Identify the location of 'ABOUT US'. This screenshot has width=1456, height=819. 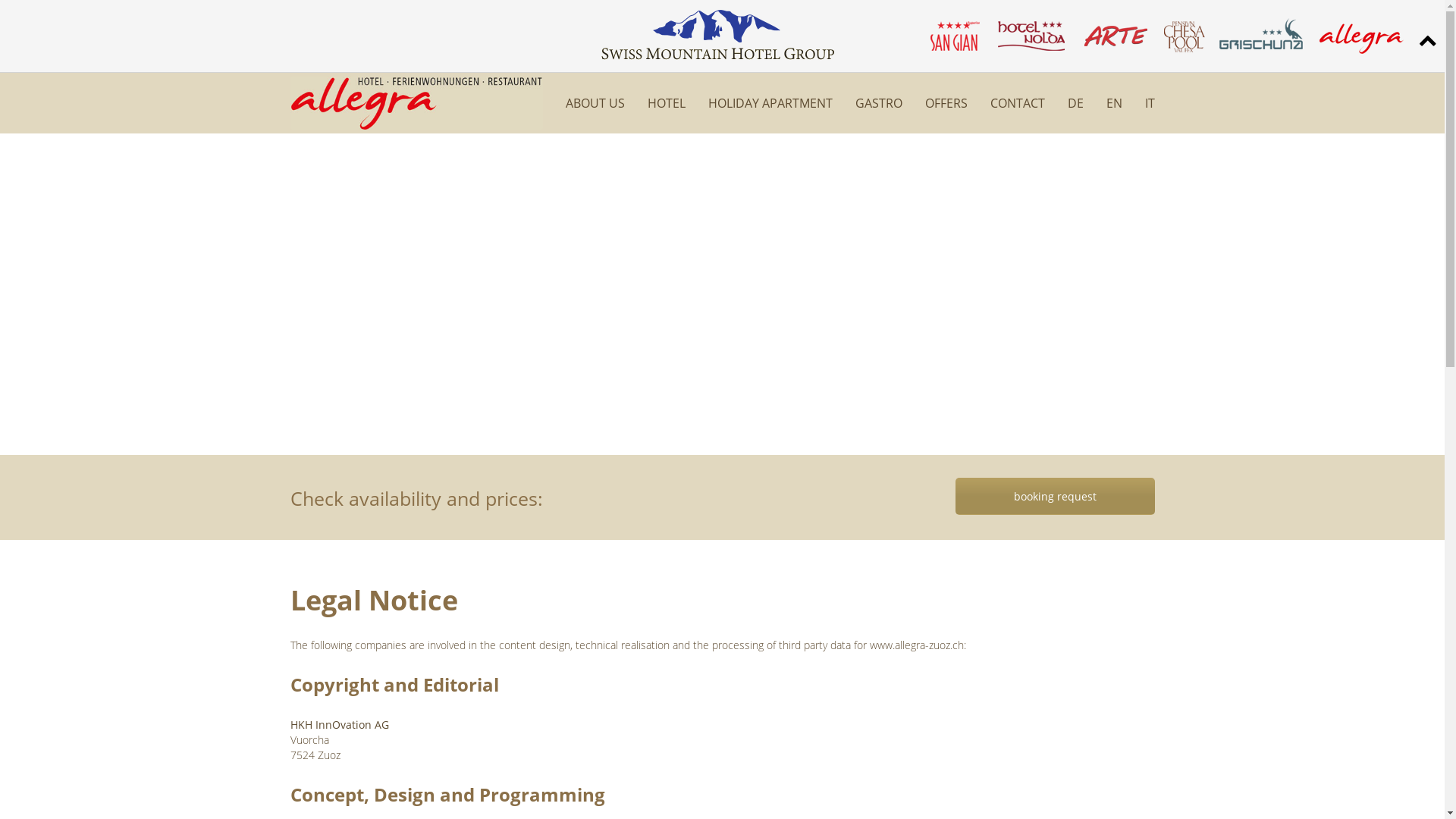
(595, 102).